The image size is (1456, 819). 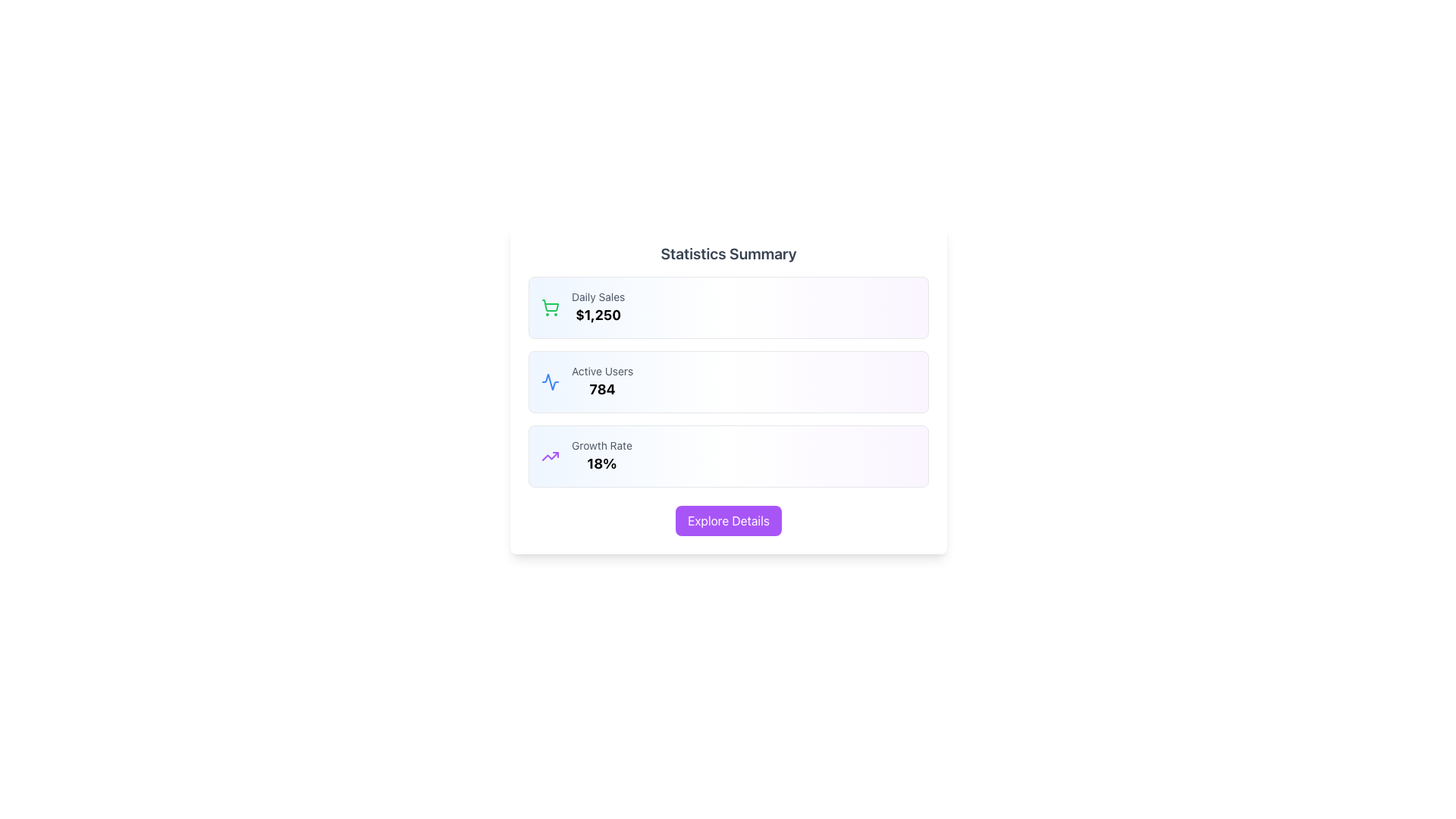 What do you see at coordinates (598, 315) in the screenshot?
I see `the text label displaying '$1,250', which is bold and located in the 'Daily Sales' section under 'Statistics Summary'` at bounding box center [598, 315].